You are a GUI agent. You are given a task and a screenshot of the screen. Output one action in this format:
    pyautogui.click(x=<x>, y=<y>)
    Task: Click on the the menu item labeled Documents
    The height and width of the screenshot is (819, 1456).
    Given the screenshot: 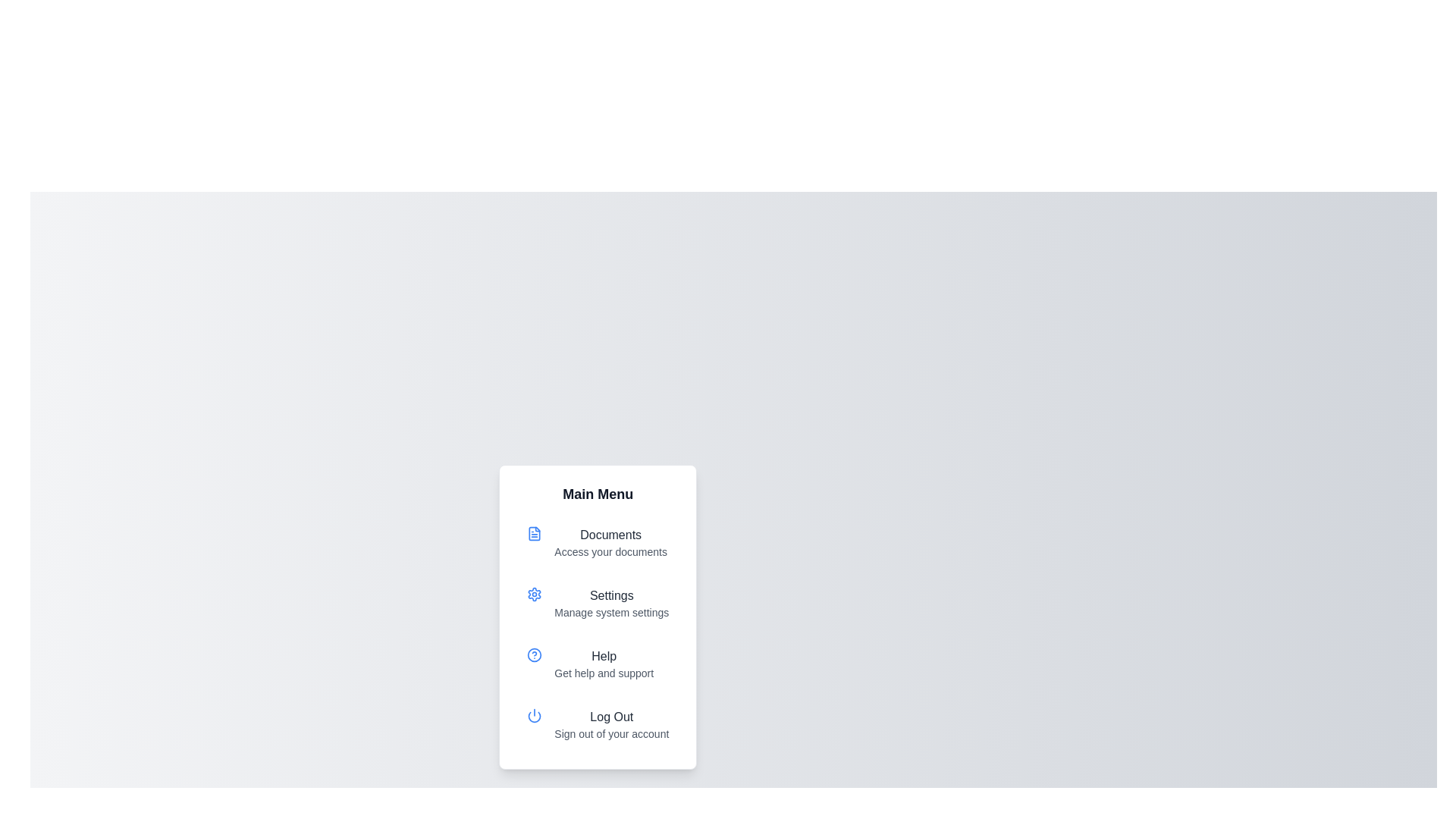 What is the action you would take?
    pyautogui.click(x=597, y=542)
    